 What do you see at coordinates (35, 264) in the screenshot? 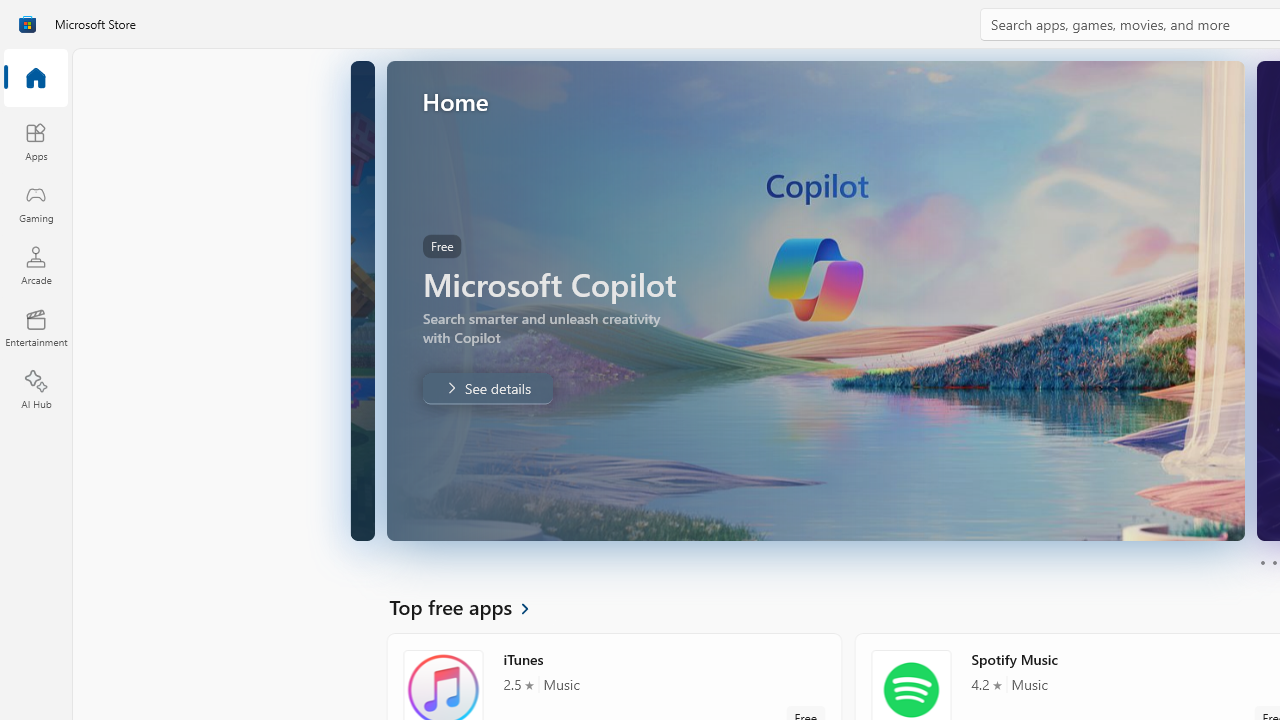
I see `'Arcade'` at bounding box center [35, 264].